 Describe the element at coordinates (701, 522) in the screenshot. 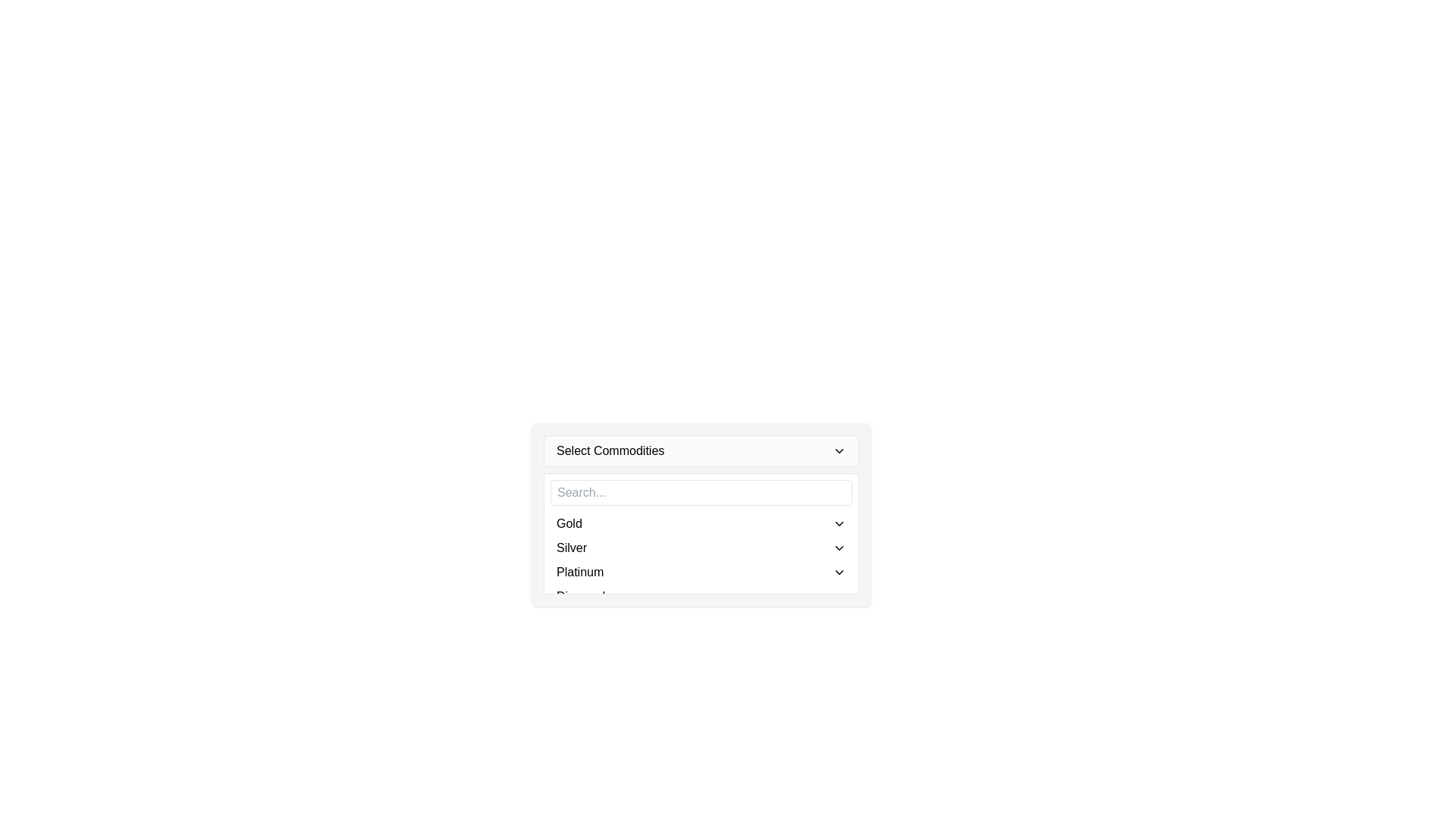

I see `the first item in the dropdown menu labeled 'Gold'` at that location.